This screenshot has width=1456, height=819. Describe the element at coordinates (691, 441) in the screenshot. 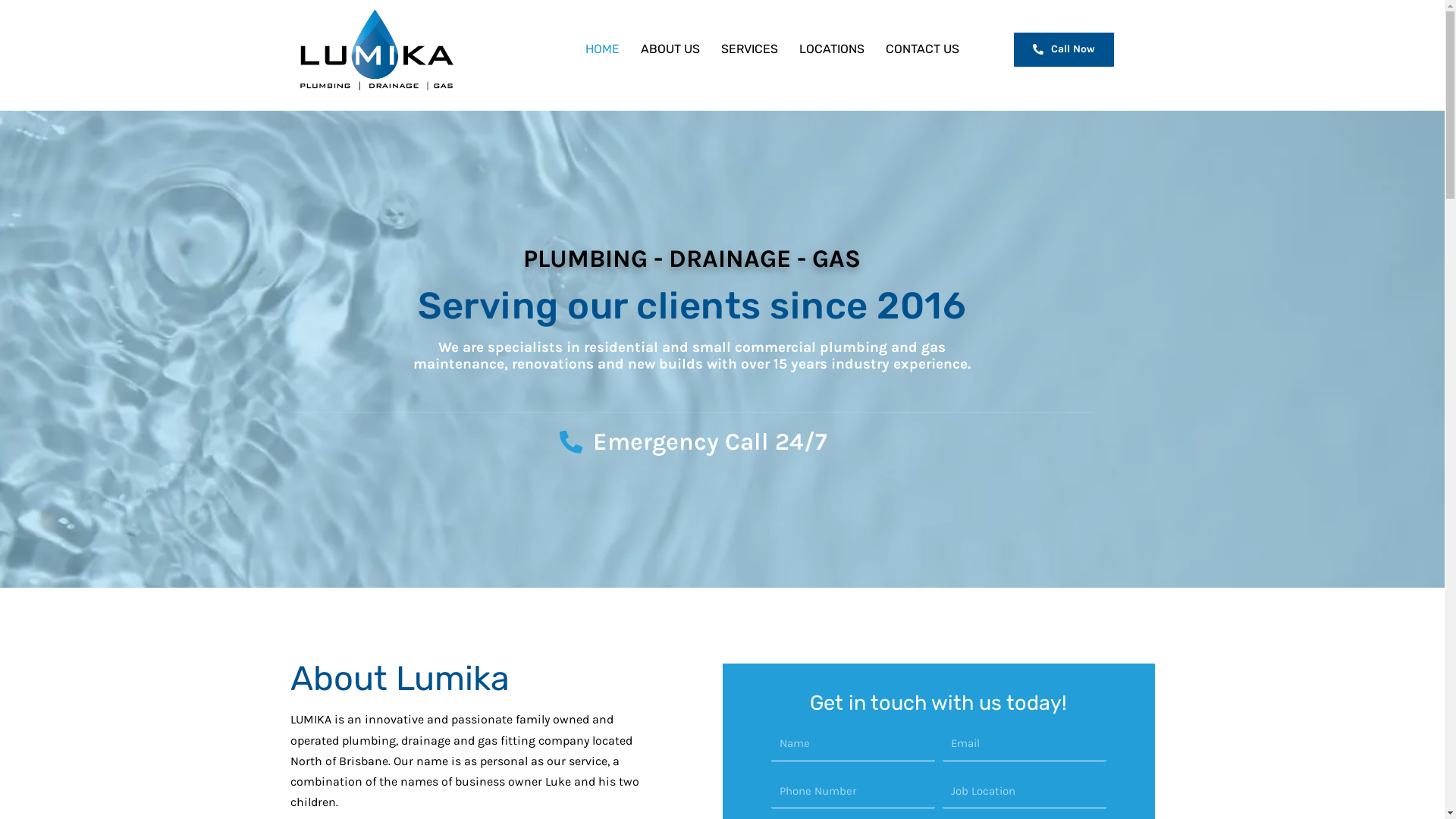

I see `'Emergency Call 24/7'` at that location.